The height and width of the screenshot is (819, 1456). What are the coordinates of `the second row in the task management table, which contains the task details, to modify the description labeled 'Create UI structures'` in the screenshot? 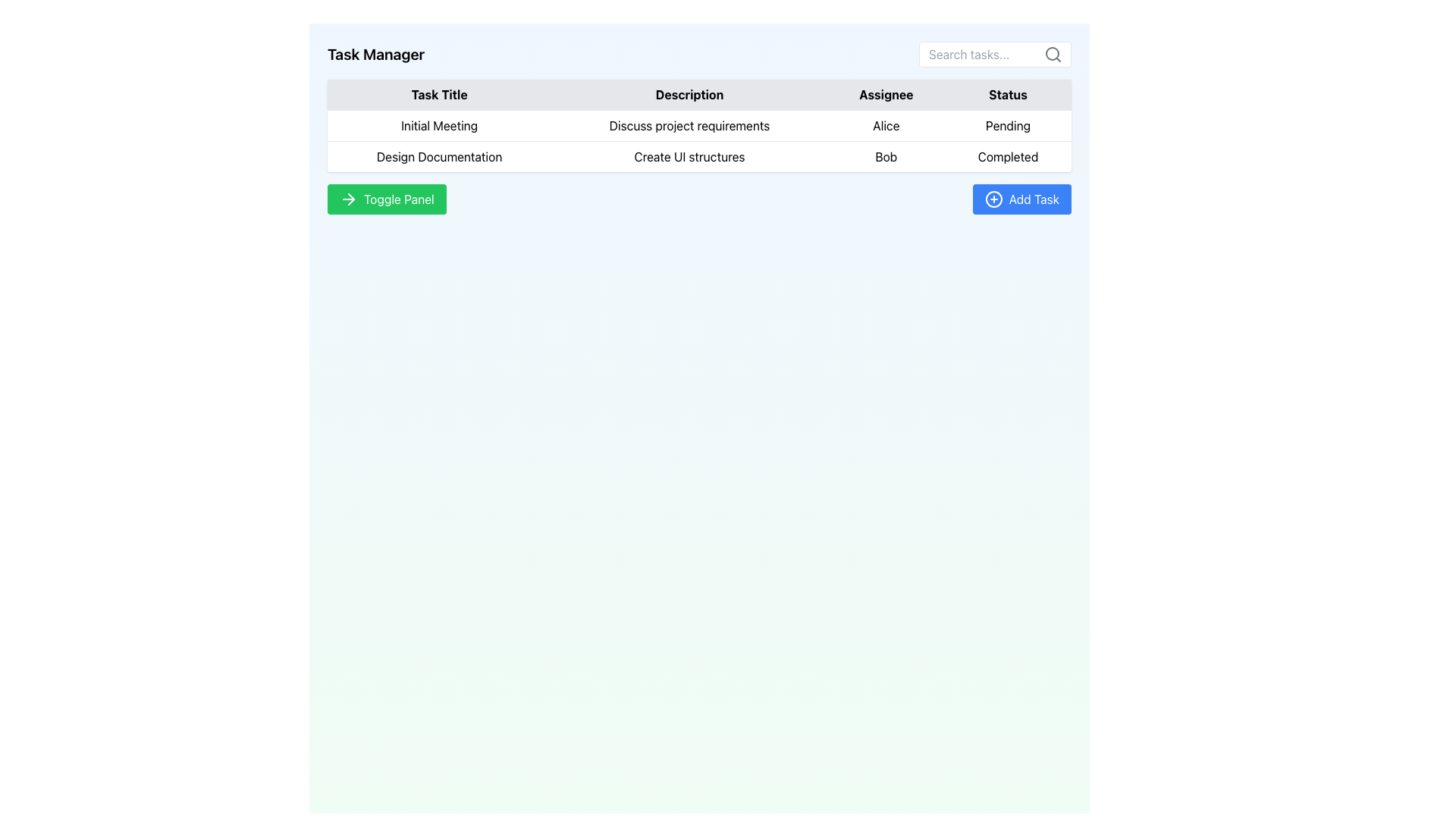 It's located at (698, 156).